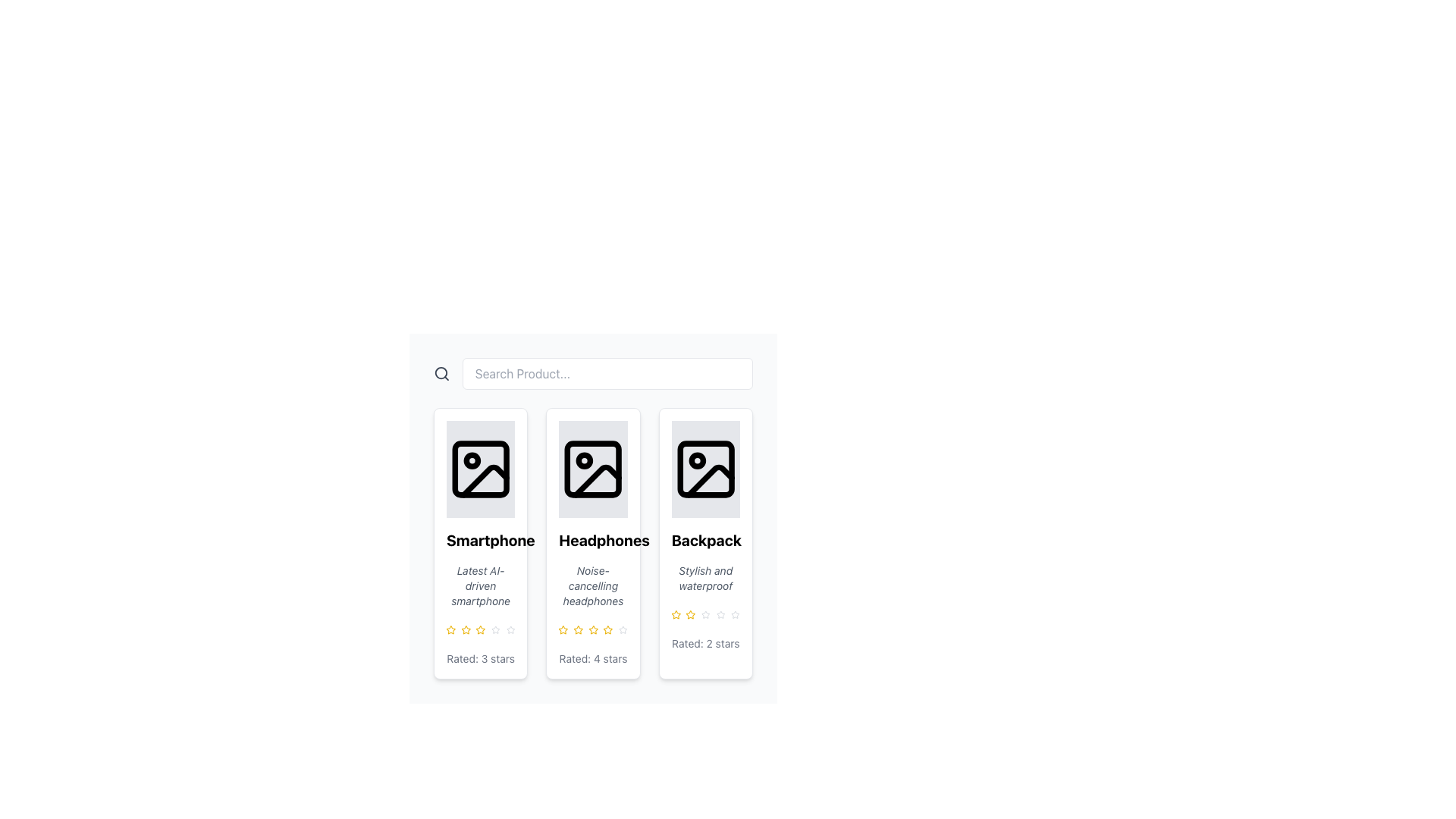  Describe the element at coordinates (592, 543) in the screenshot. I see `the product card displaying 'Headphones'` at that location.